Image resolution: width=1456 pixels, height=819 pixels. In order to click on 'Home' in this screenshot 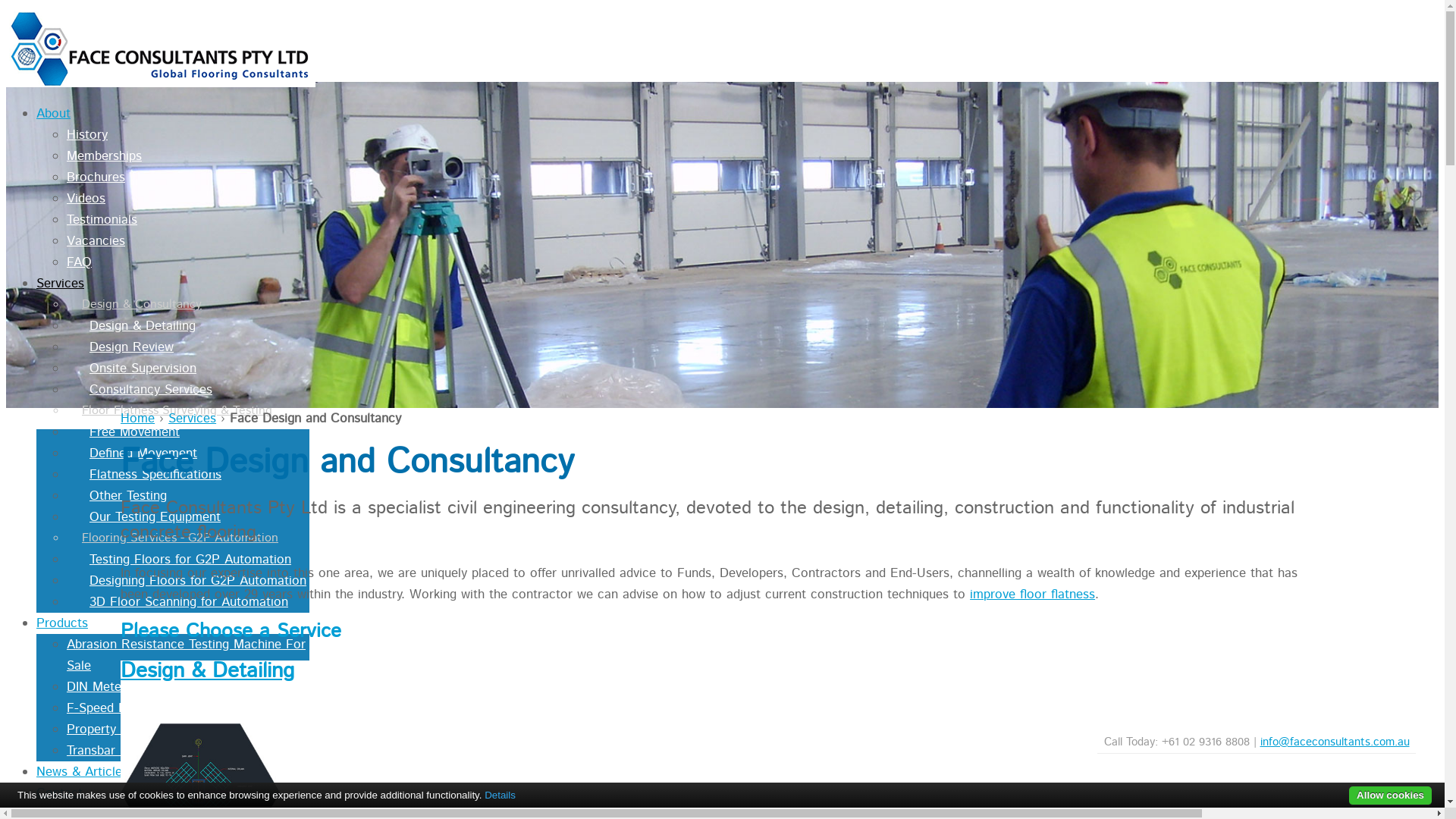, I will do `click(137, 418)`.